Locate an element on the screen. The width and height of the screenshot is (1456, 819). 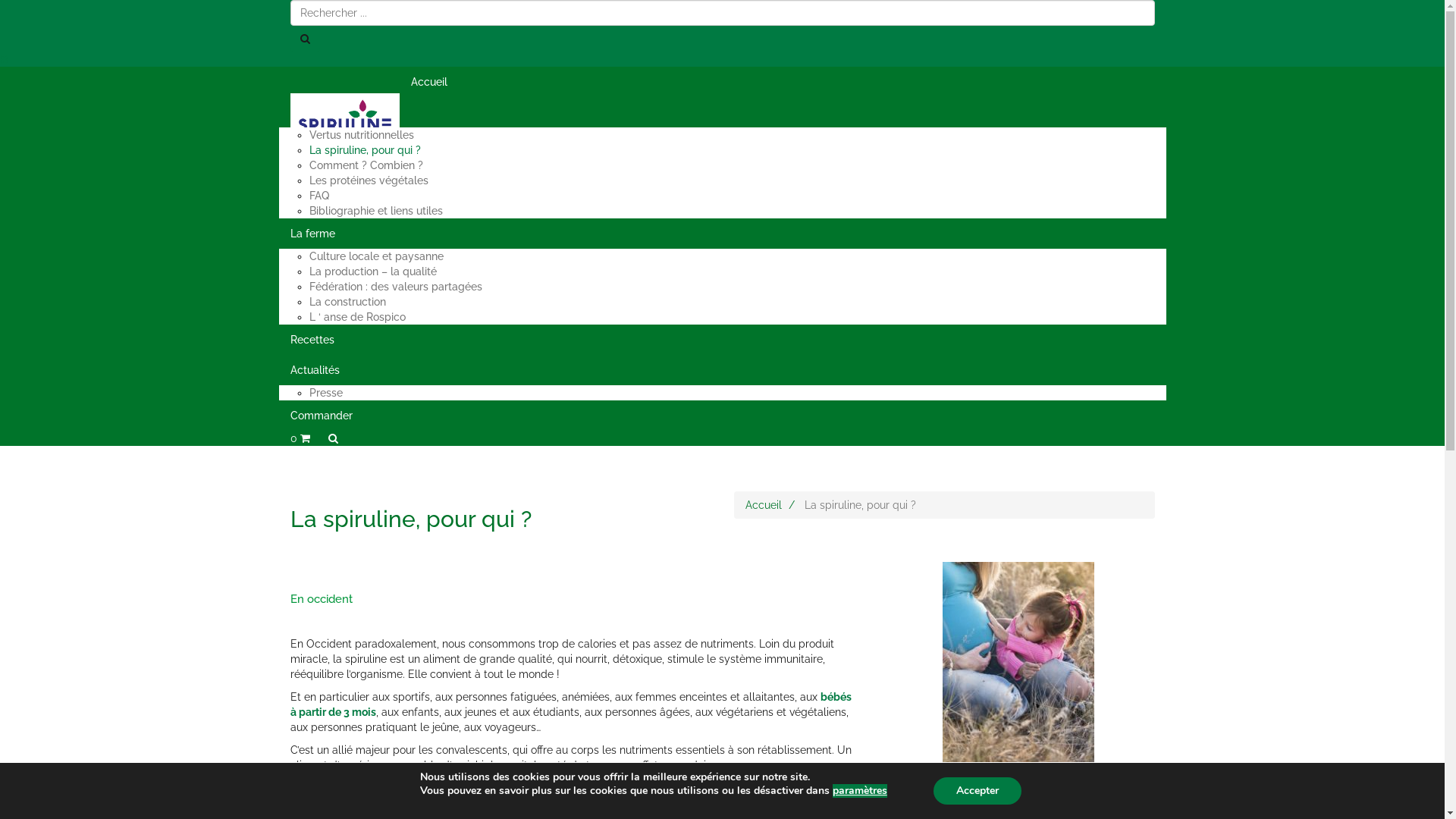
'Comment ? Combien ?' is located at coordinates (366, 165).